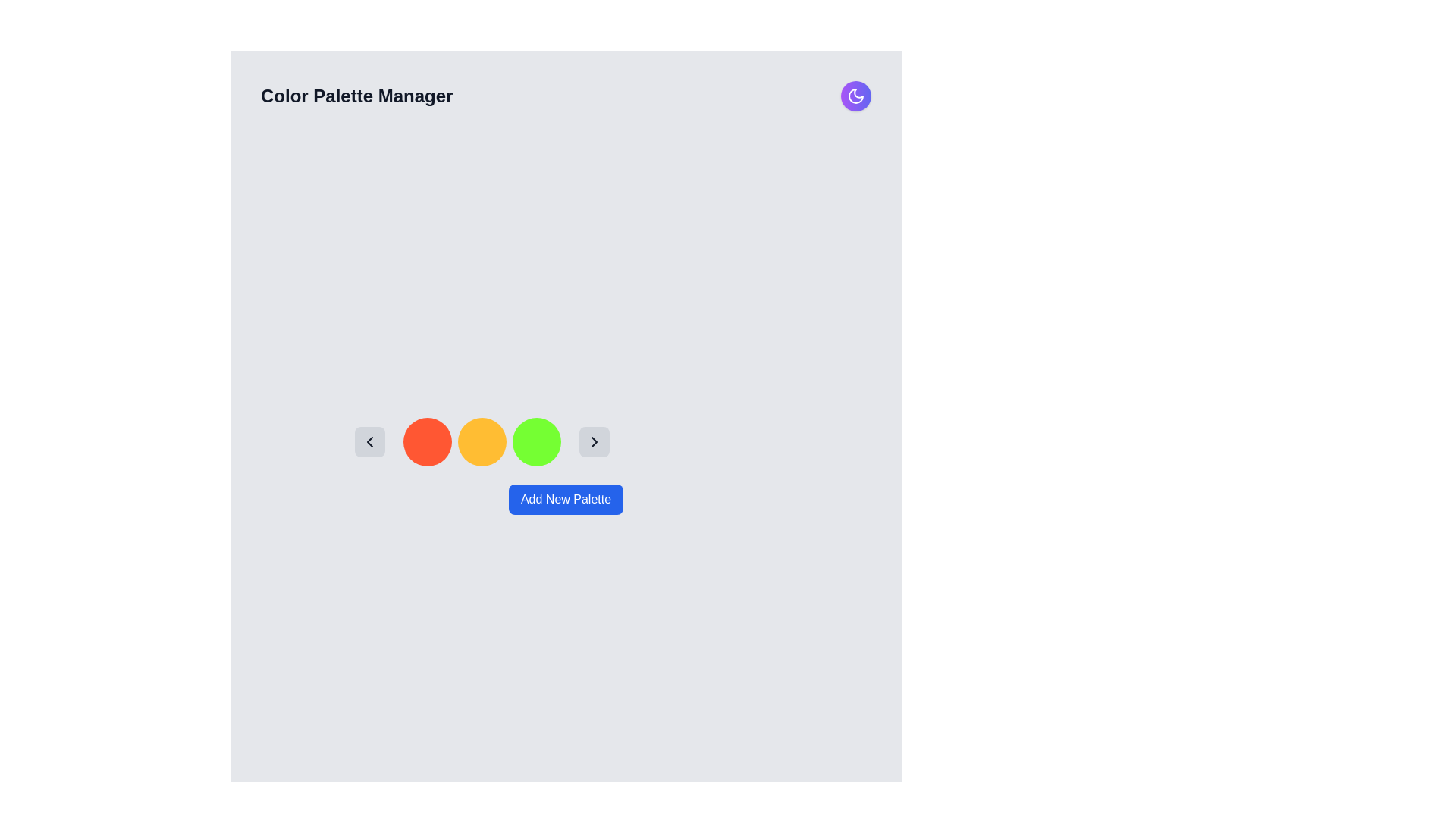 The width and height of the screenshot is (1456, 819). Describe the element at coordinates (356, 96) in the screenshot. I see `the title text element that serves as a heading, located at the top-left of the interface before a circular gradient button` at that location.